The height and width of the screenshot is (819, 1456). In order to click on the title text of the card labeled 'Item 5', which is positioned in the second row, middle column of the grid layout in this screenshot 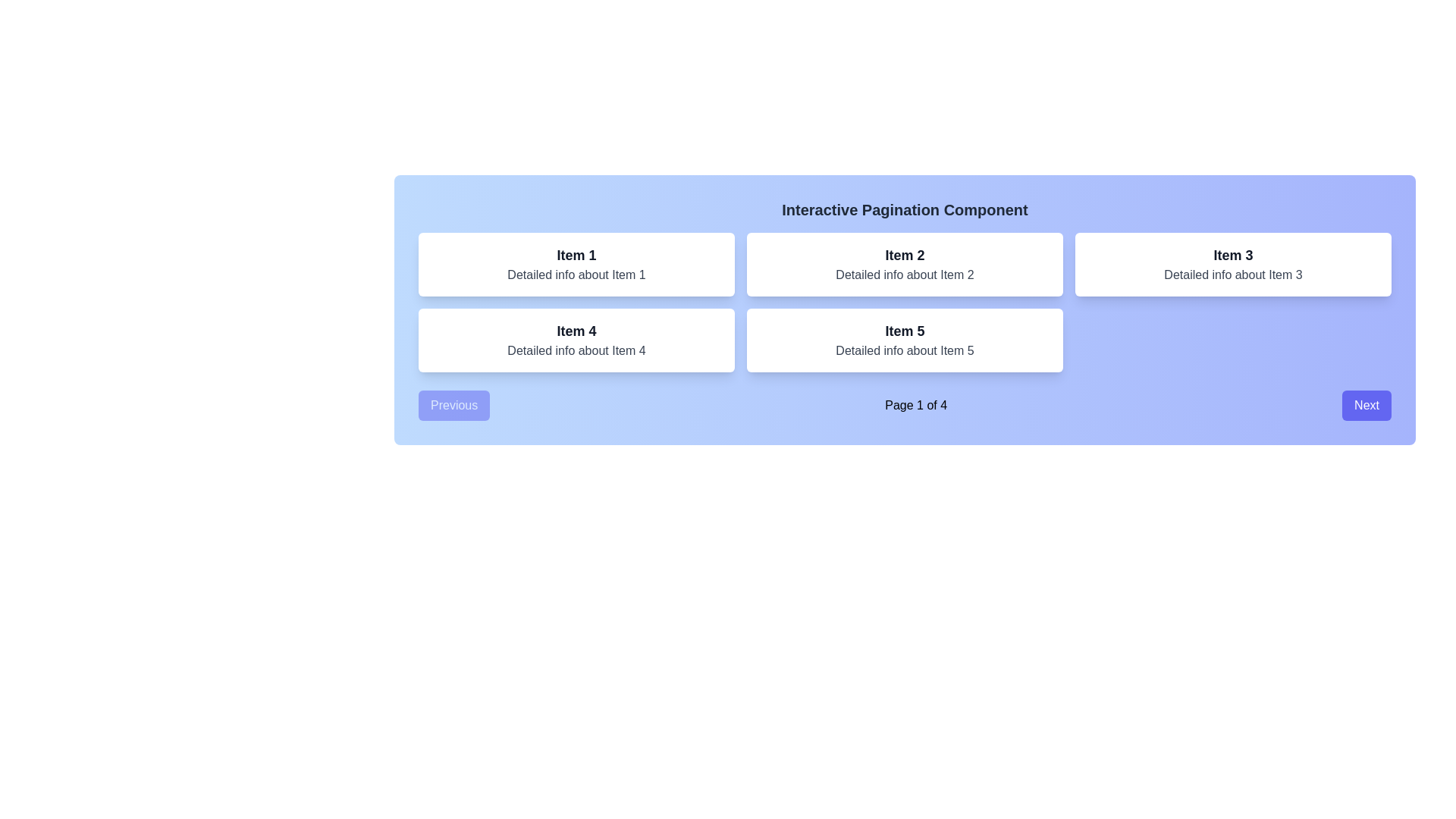, I will do `click(905, 330)`.